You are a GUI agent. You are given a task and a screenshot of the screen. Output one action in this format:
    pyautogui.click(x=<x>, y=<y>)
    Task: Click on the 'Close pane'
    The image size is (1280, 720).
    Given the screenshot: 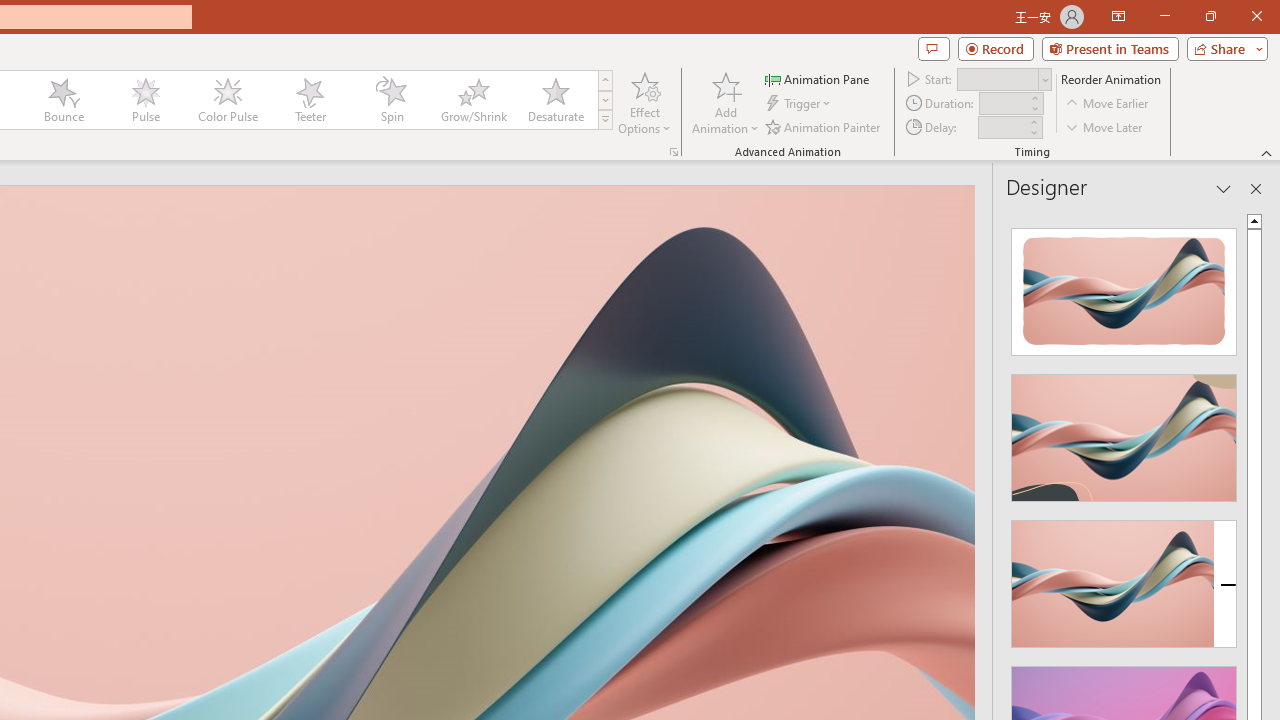 What is the action you would take?
    pyautogui.click(x=1255, y=189)
    